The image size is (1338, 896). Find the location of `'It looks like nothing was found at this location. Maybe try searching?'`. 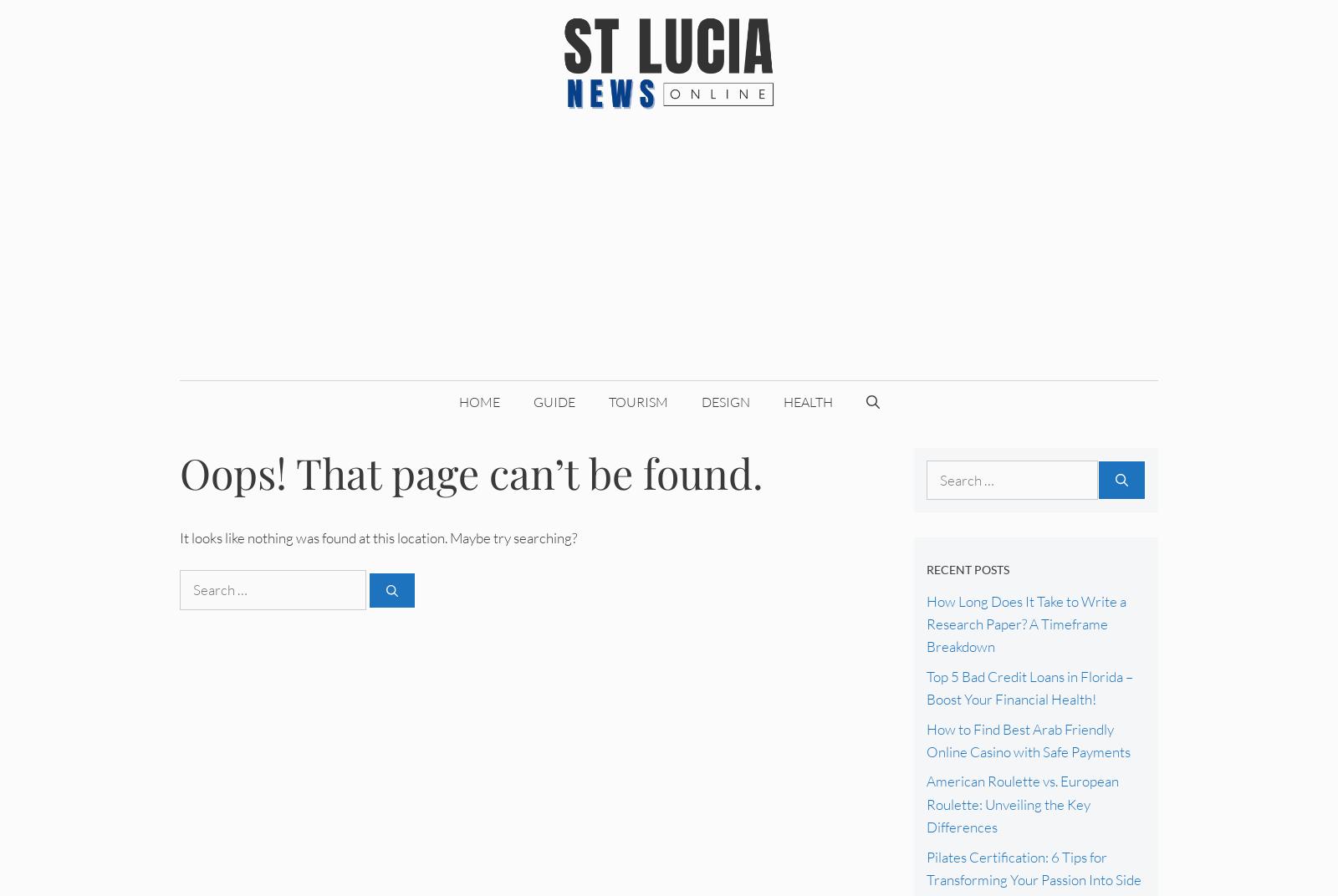

'It looks like nothing was found at this location. Maybe try searching?' is located at coordinates (377, 537).